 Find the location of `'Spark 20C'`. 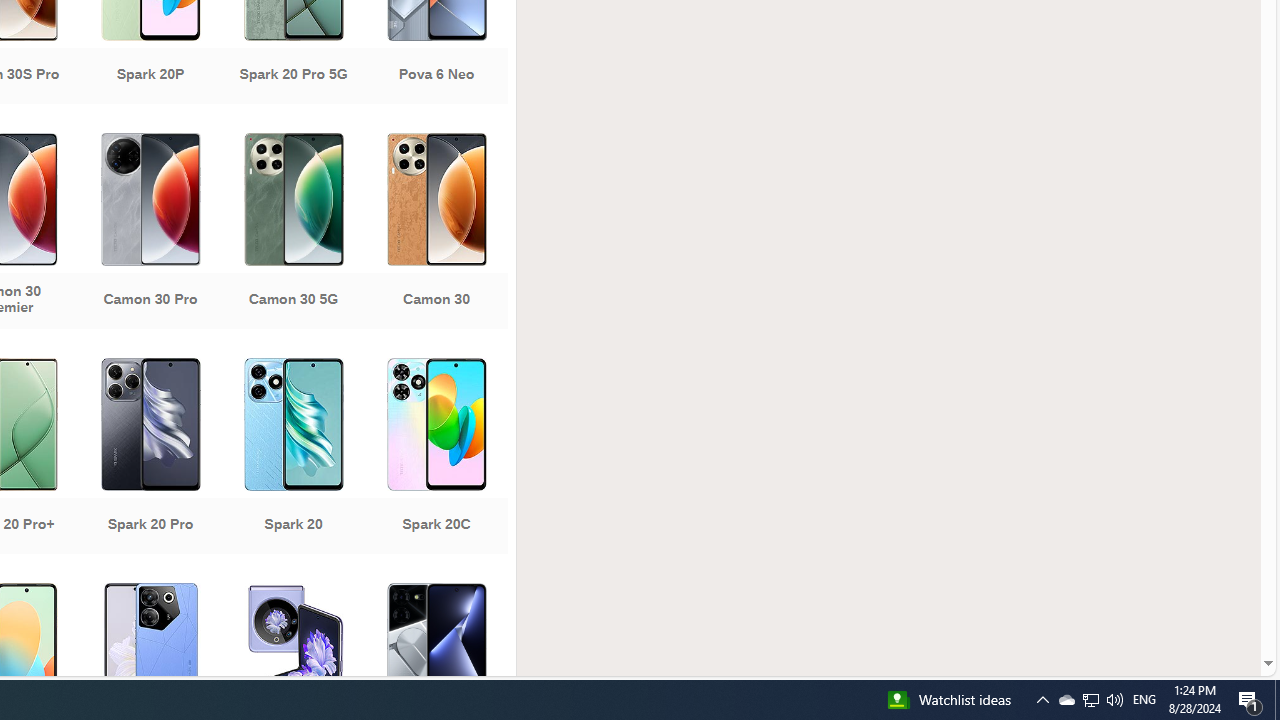

'Spark 20C' is located at coordinates (435, 458).